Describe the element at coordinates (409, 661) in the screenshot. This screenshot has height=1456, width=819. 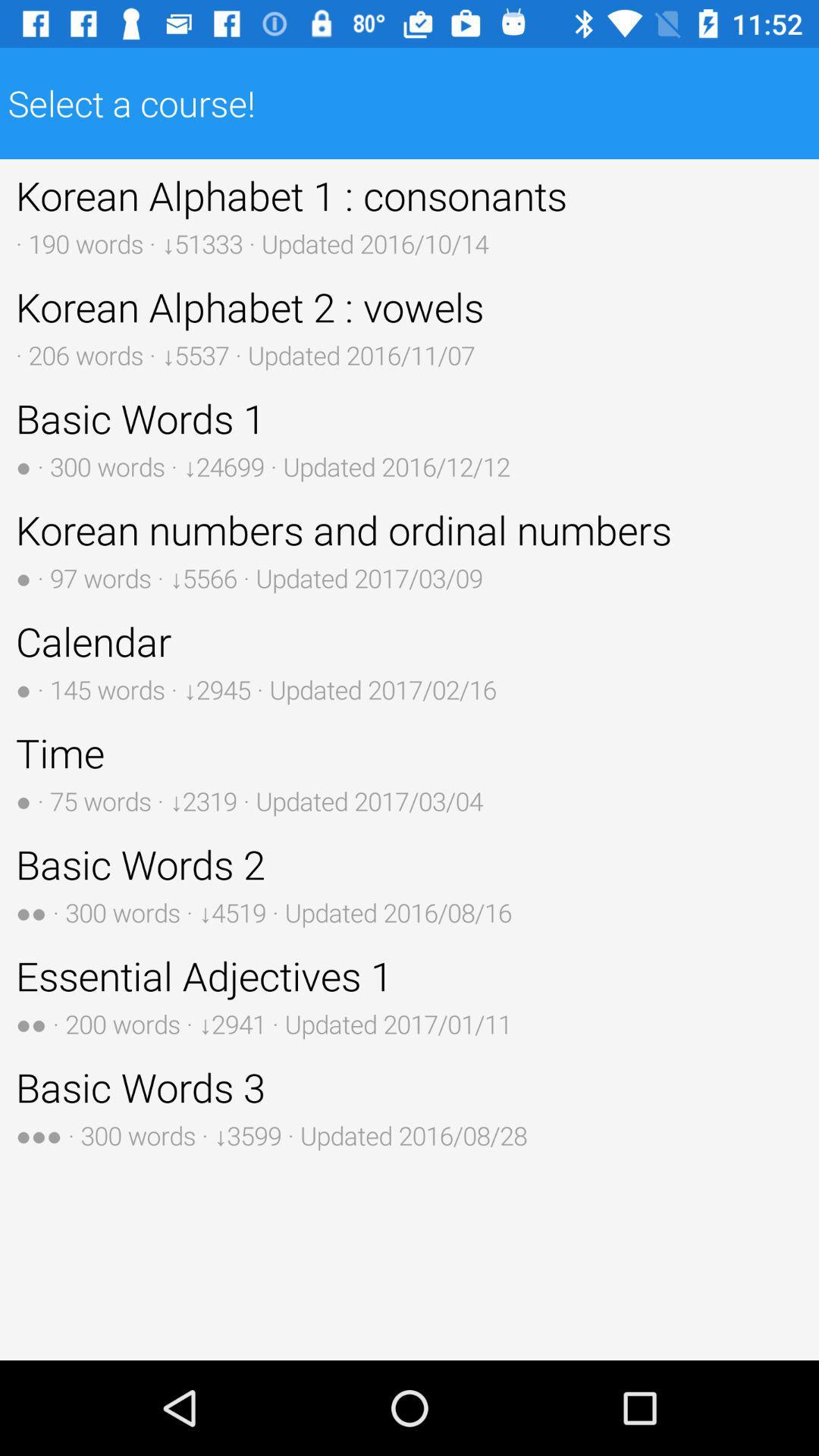
I see `calendar 145 words` at that location.